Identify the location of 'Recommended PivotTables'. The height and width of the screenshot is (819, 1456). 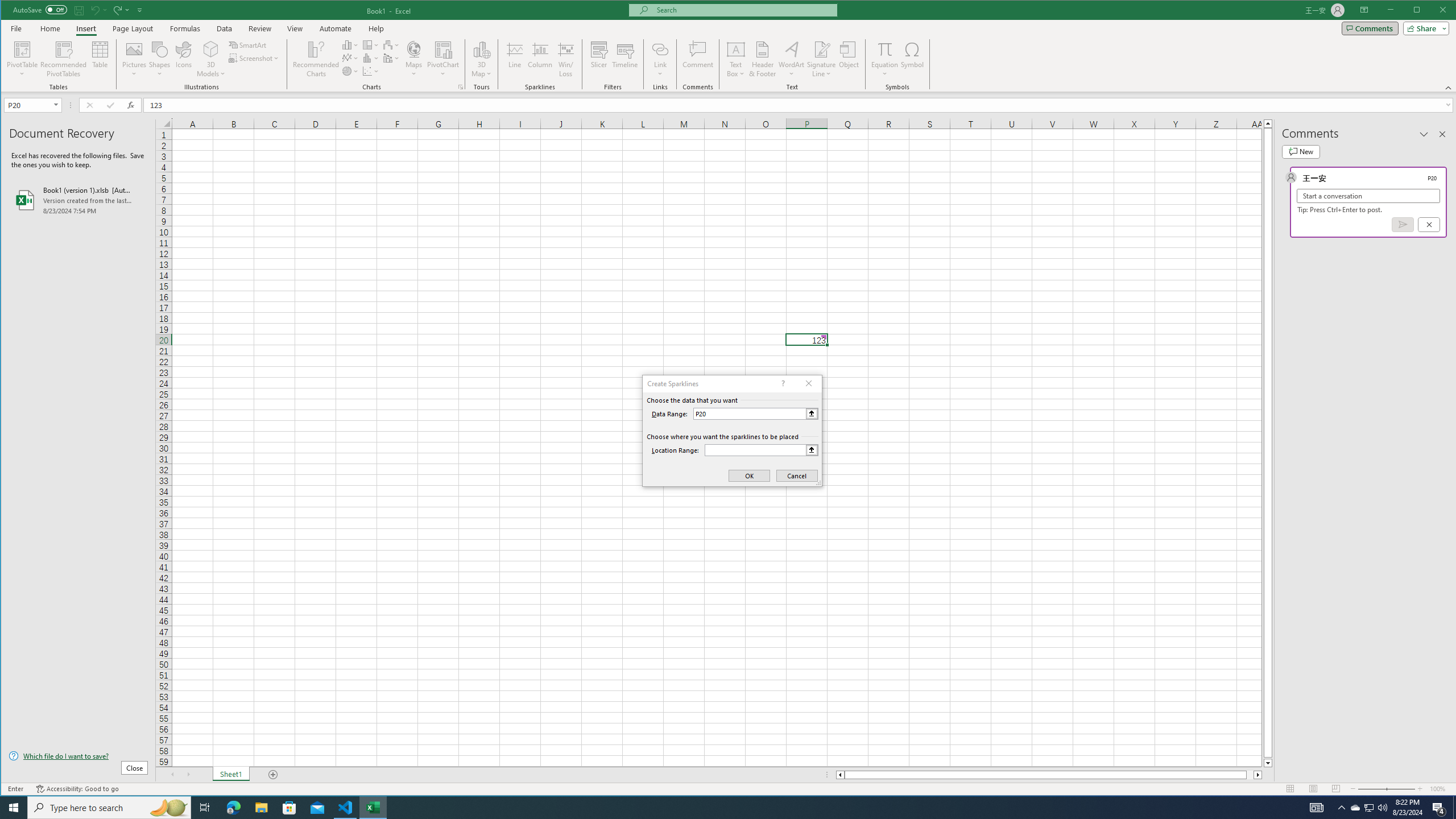
(63, 59).